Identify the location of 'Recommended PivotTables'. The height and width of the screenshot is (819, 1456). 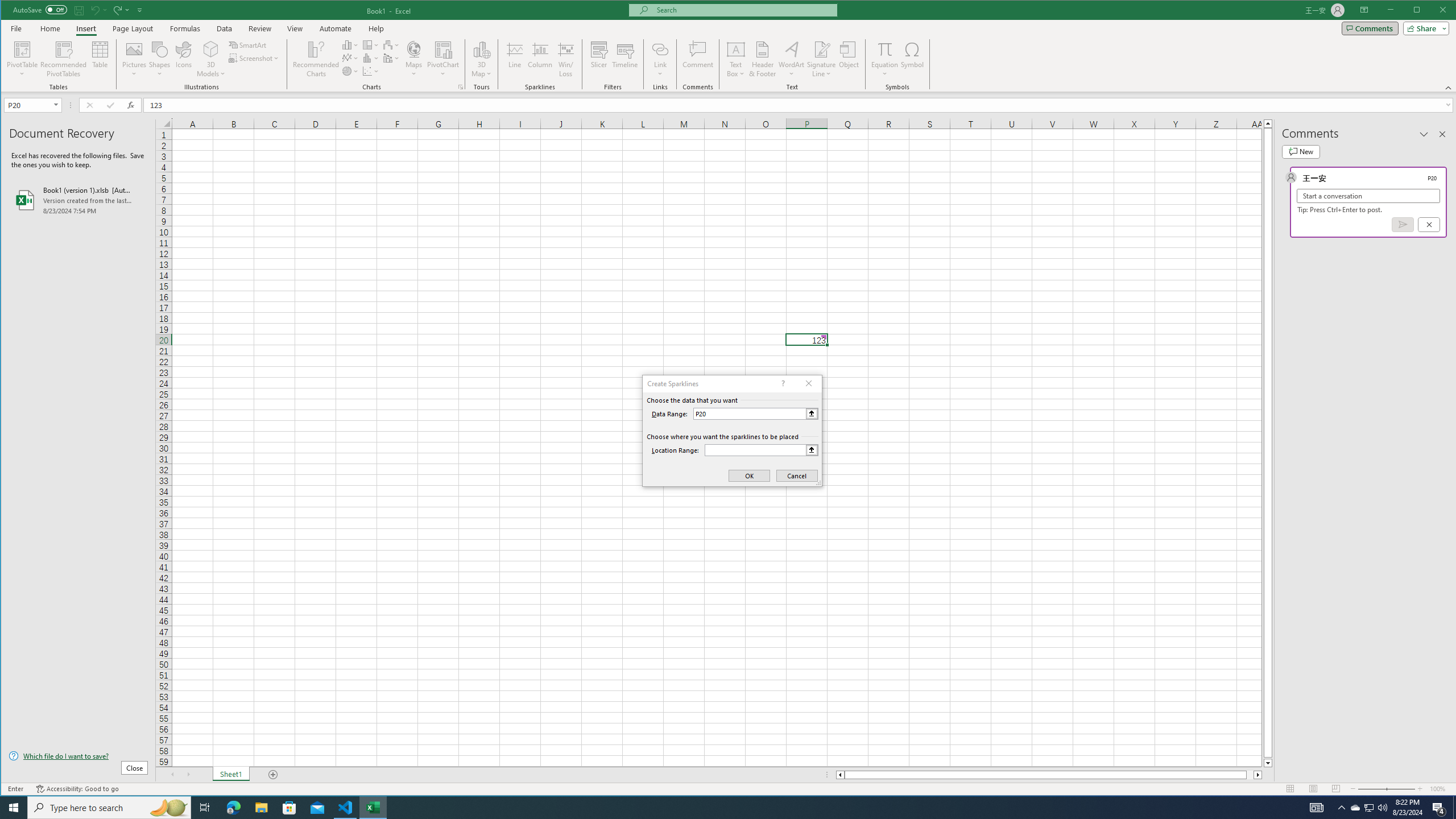
(63, 59).